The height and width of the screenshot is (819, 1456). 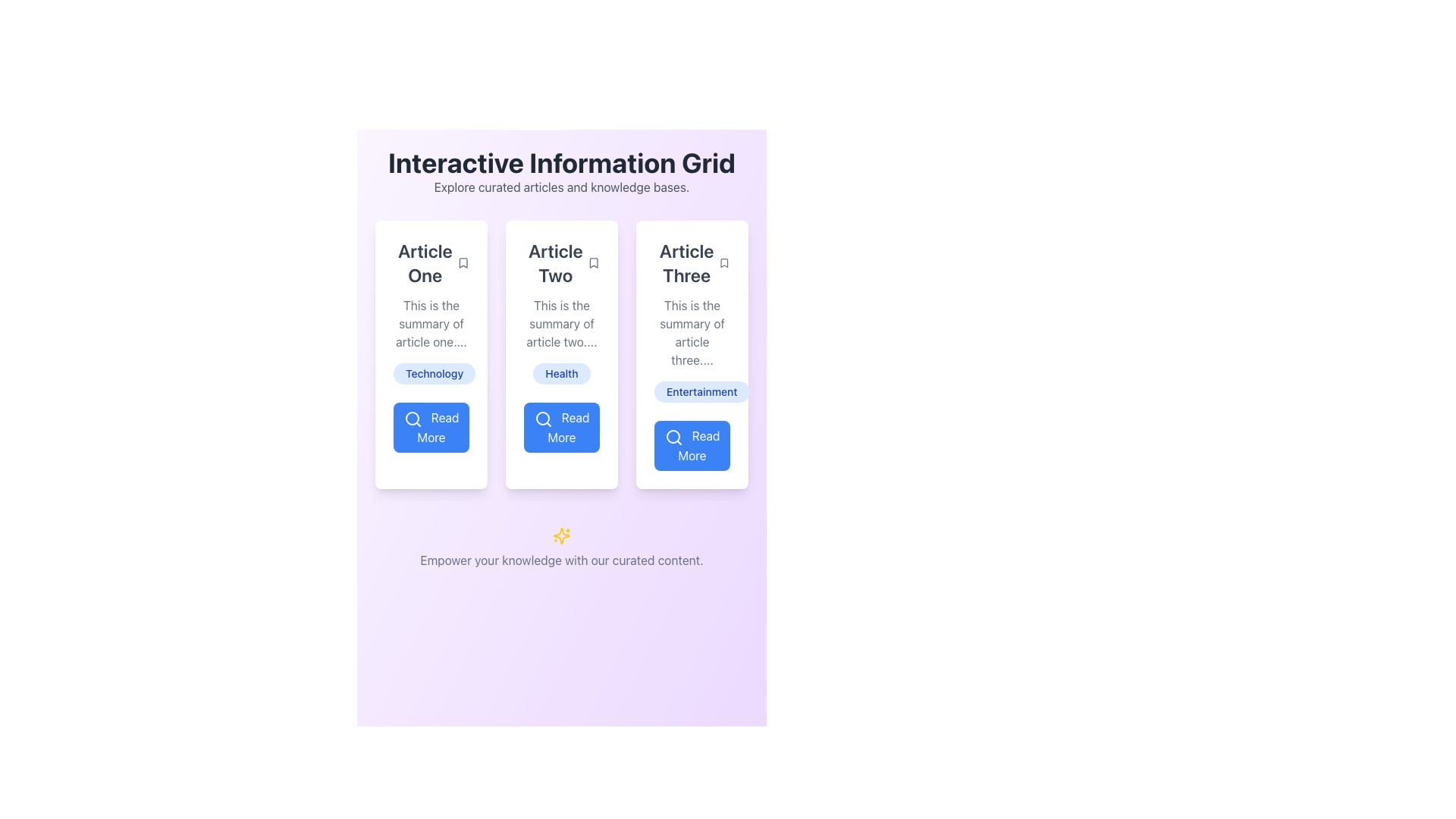 What do you see at coordinates (672, 436) in the screenshot?
I see `the circular magnifying glass icon within the button at the bottom of the third column titled 'Article Three'` at bounding box center [672, 436].